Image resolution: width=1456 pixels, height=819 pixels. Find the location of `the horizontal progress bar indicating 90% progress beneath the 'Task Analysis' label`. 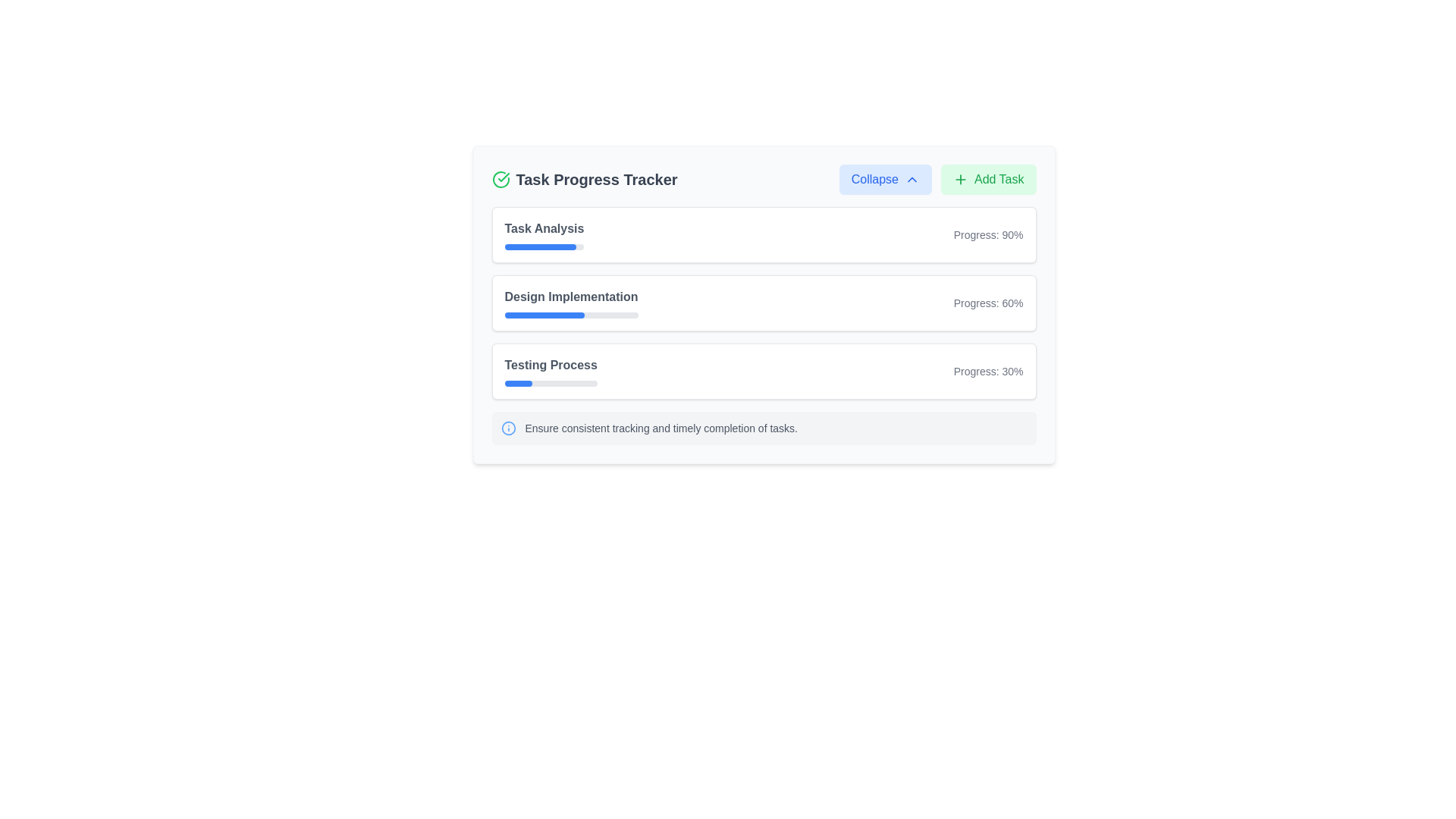

the horizontal progress bar indicating 90% progress beneath the 'Task Analysis' label is located at coordinates (544, 246).